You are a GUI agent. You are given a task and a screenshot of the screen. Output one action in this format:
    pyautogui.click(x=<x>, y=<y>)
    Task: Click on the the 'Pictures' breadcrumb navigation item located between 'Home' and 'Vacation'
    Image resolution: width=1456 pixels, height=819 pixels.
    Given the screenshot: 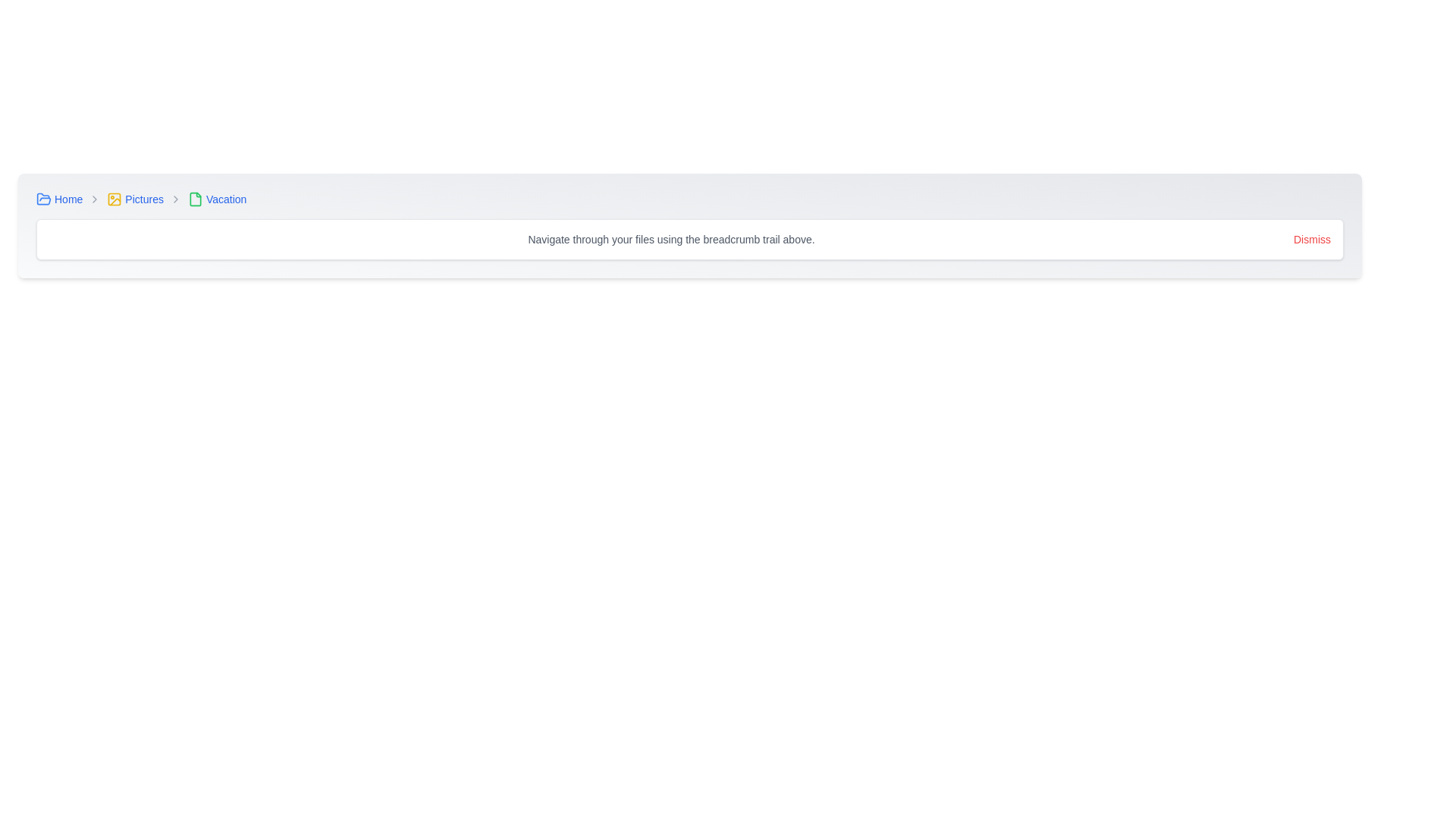 What is the action you would take?
    pyautogui.click(x=135, y=198)
    